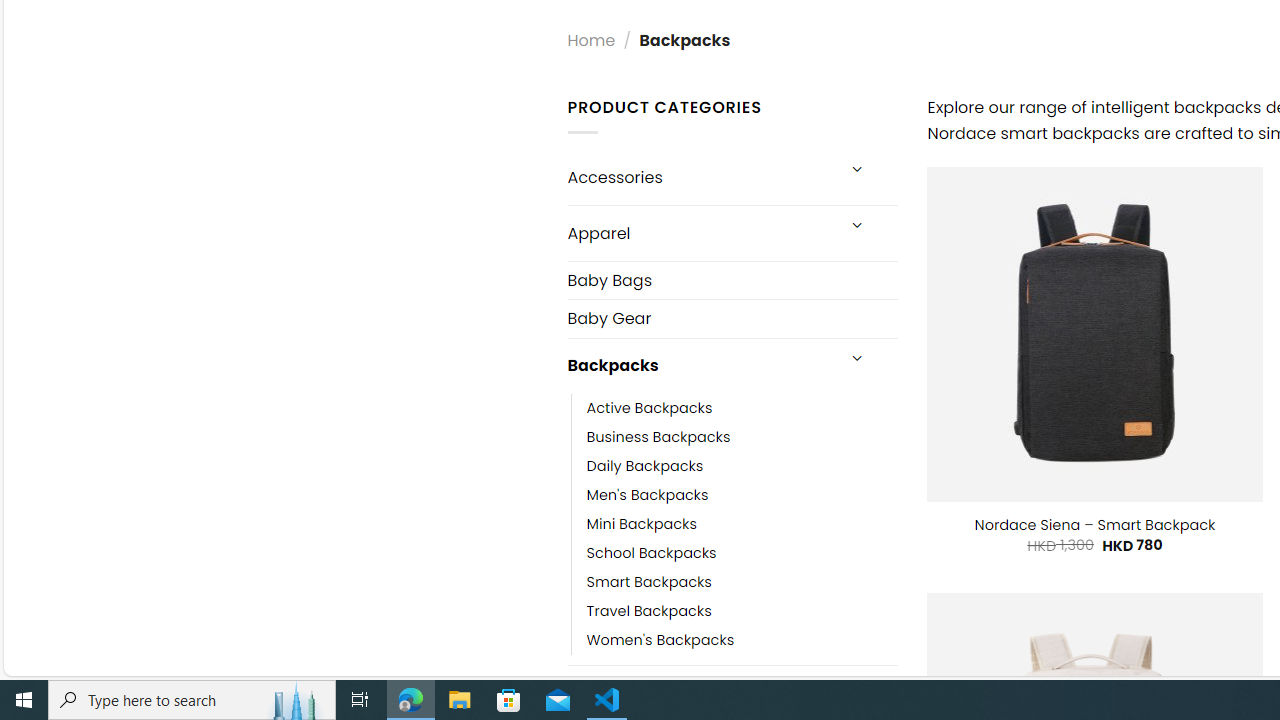 The width and height of the screenshot is (1280, 720). I want to click on 'Women', so click(660, 640).